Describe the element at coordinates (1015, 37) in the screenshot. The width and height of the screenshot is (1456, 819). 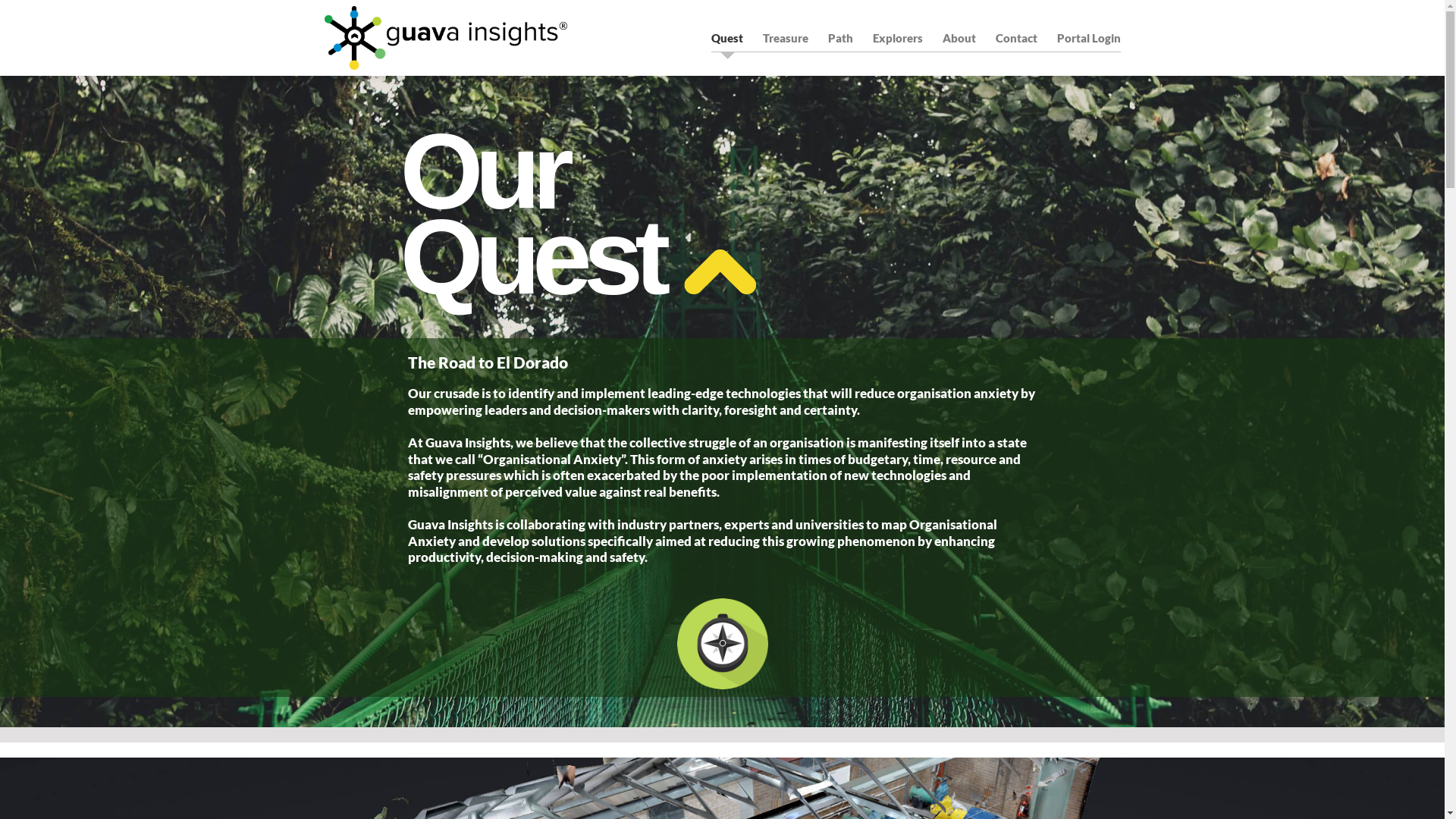
I see `'Contact'` at that location.